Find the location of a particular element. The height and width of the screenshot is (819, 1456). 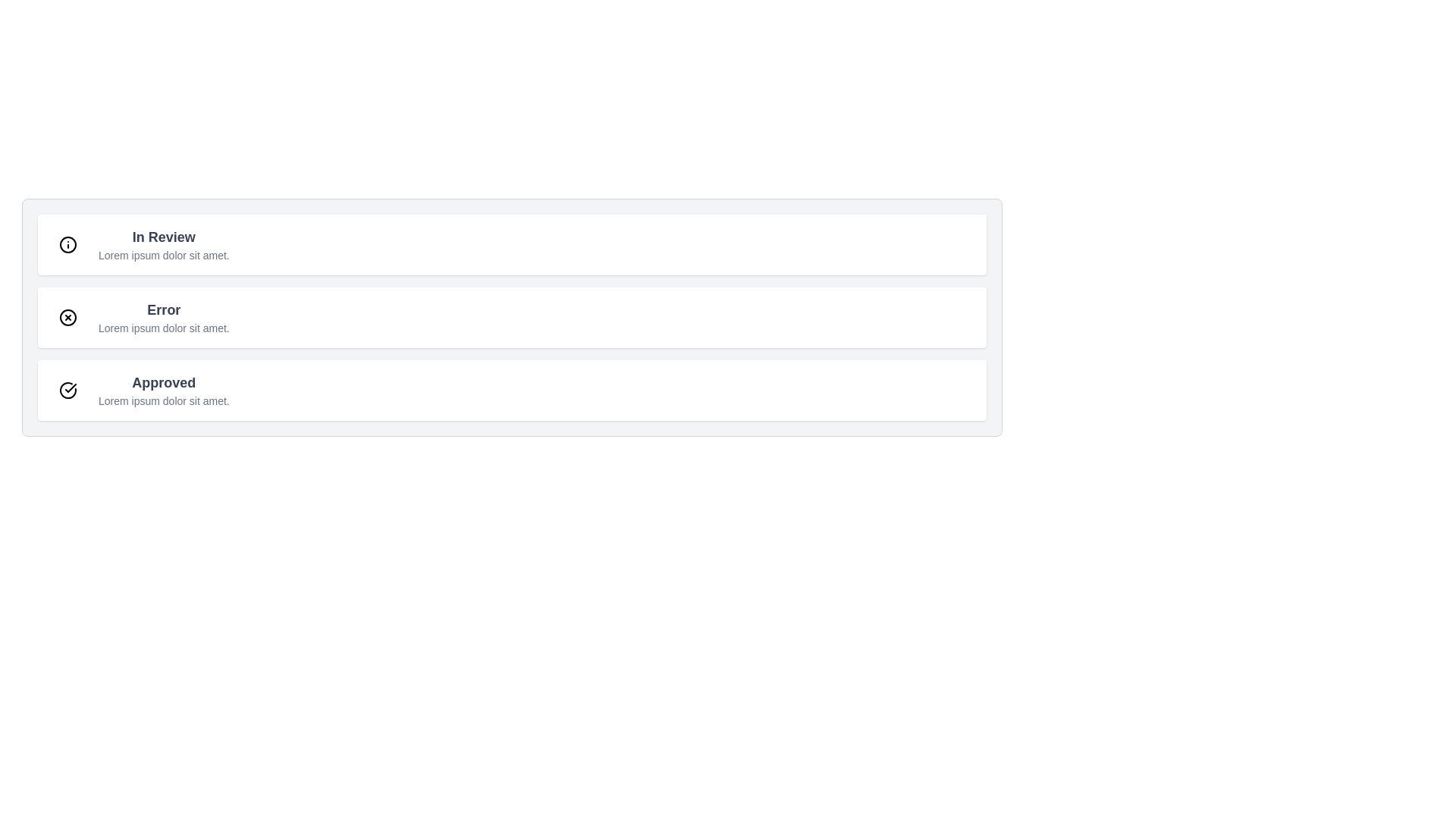

the error icon located in the second row of the list, adjacent to the 'Error' label is located at coordinates (67, 317).